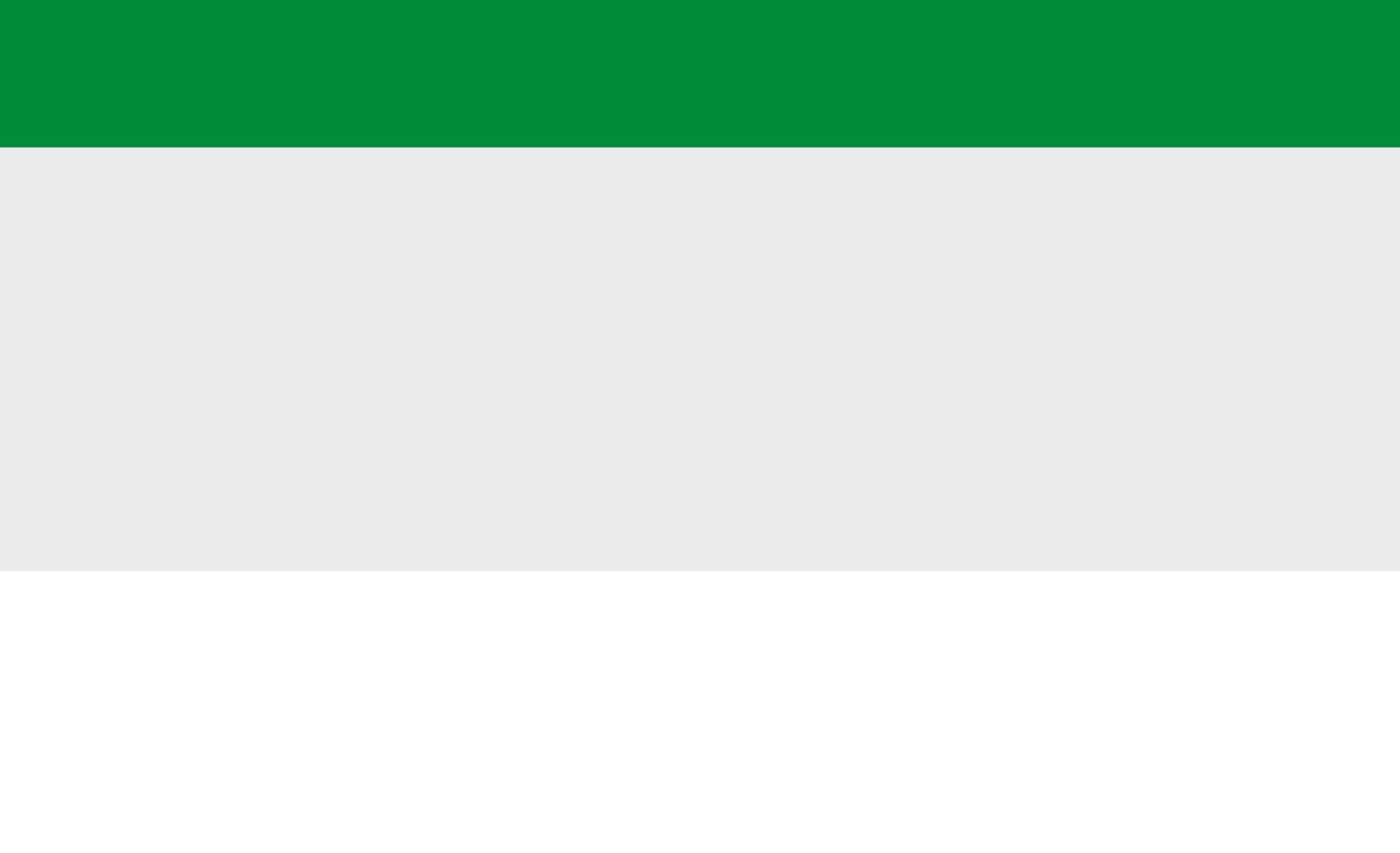 The width and height of the screenshot is (1400, 853). I want to click on 'AN ECONOMIC, EFFICIENT INSULATION', so click(700, 70).